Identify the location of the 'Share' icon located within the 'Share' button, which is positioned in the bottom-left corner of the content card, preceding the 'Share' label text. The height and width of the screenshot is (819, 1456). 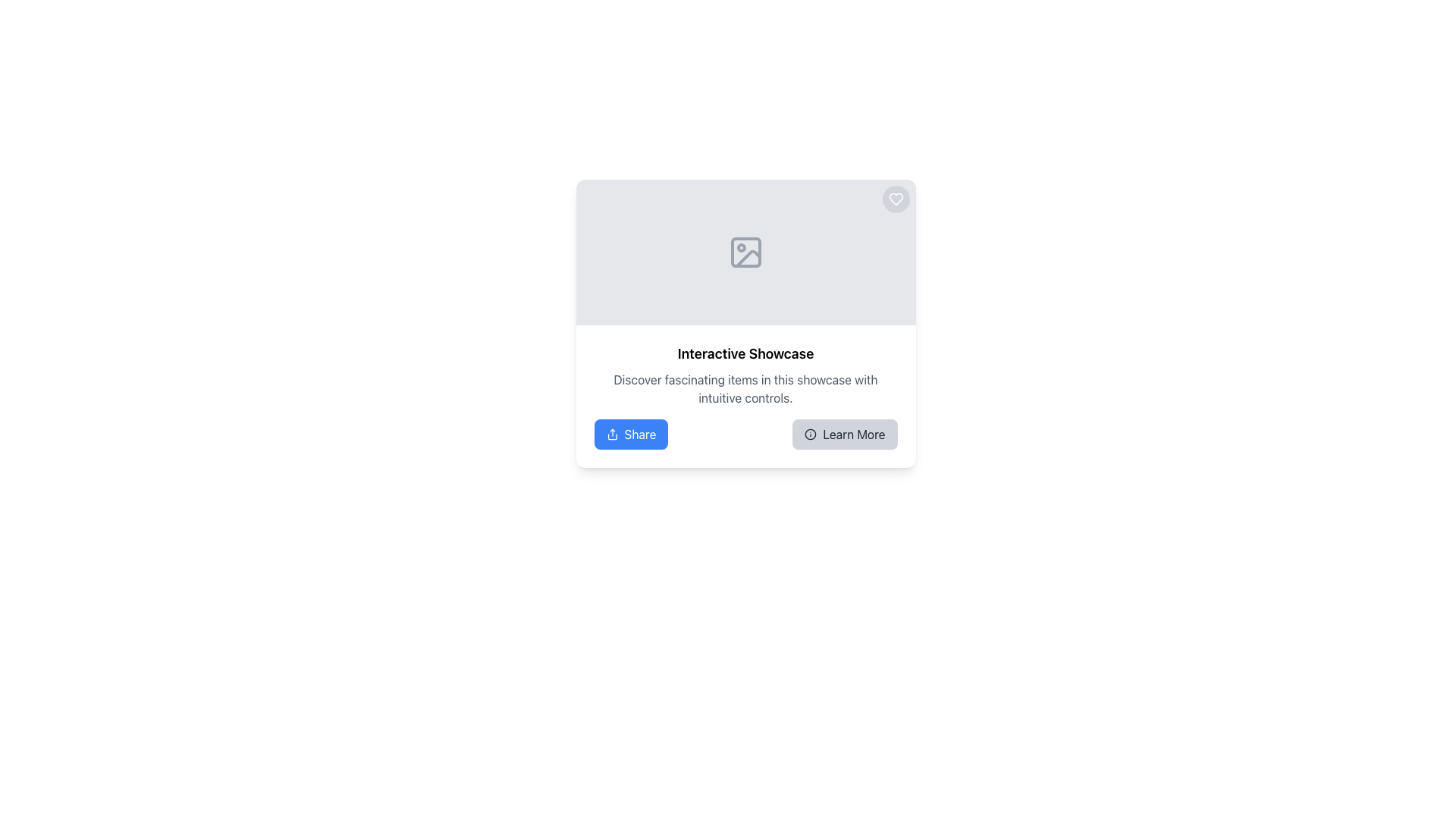
(612, 435).